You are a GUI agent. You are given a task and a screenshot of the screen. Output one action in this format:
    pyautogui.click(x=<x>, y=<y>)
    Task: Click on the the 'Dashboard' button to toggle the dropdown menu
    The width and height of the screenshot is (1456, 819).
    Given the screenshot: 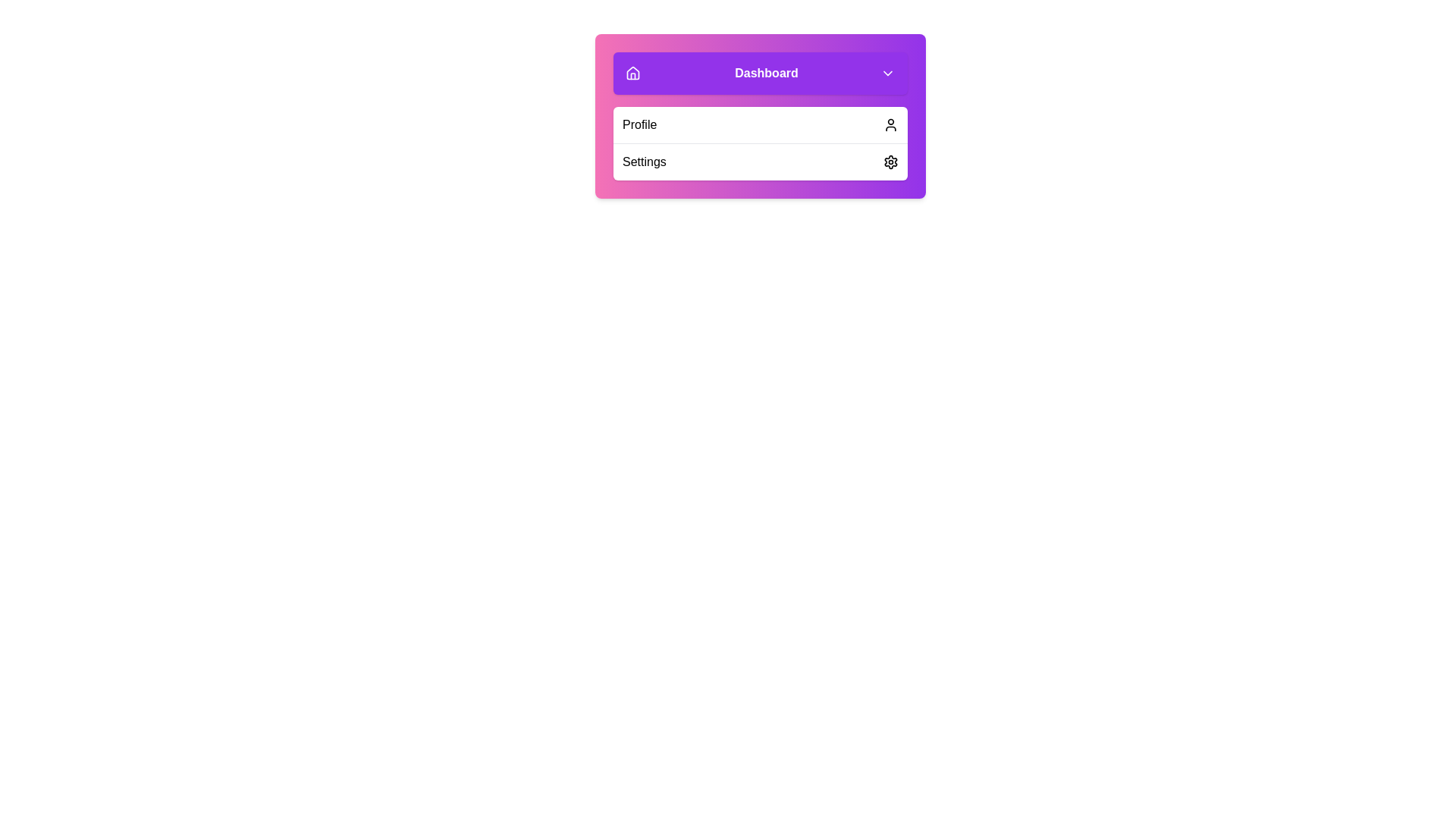 What is the action you would take?
    pyautogui.click(x=761, y=73)
    